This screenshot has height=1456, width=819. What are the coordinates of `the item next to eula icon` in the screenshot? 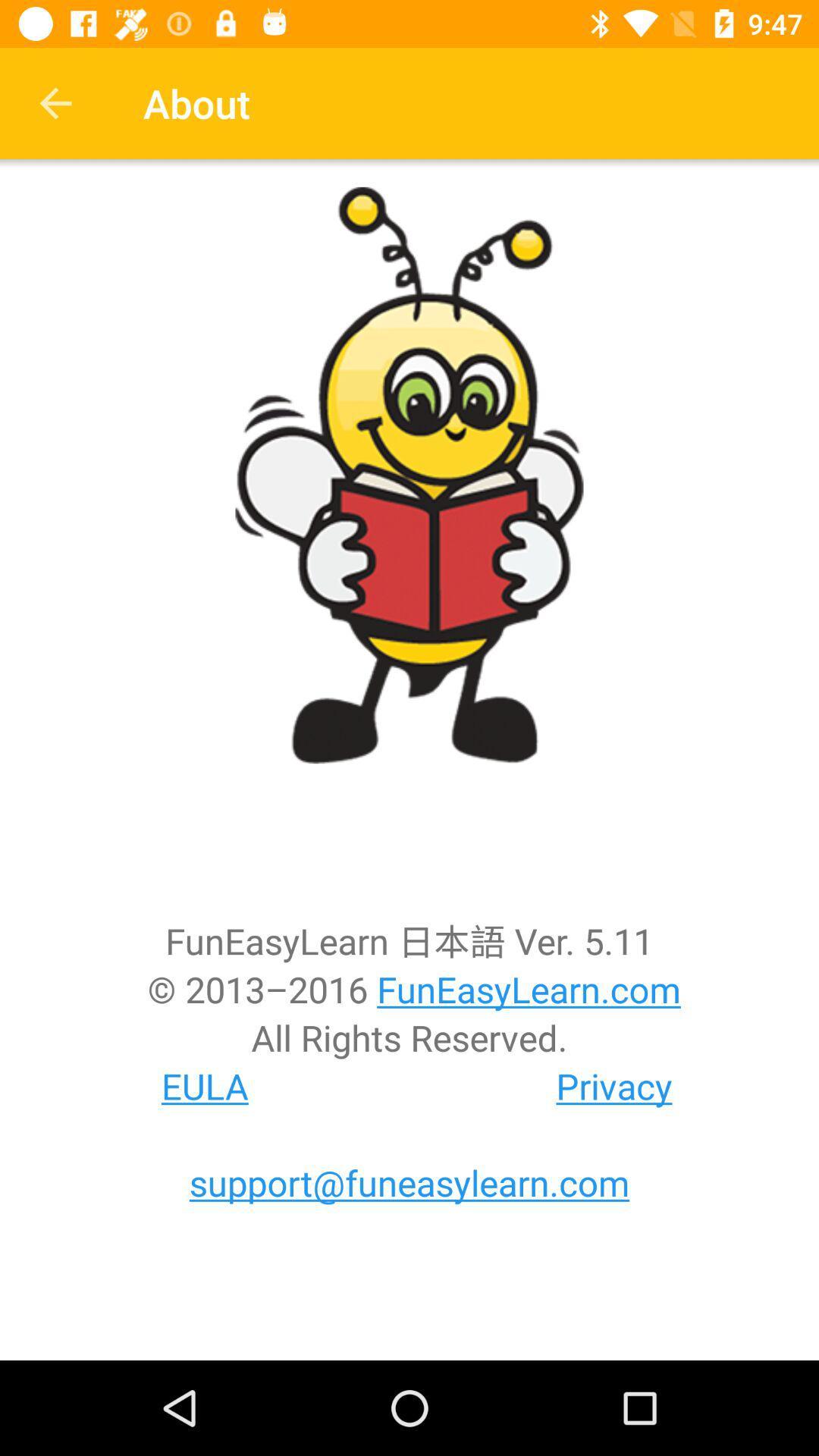 It's located at (614, 1085).